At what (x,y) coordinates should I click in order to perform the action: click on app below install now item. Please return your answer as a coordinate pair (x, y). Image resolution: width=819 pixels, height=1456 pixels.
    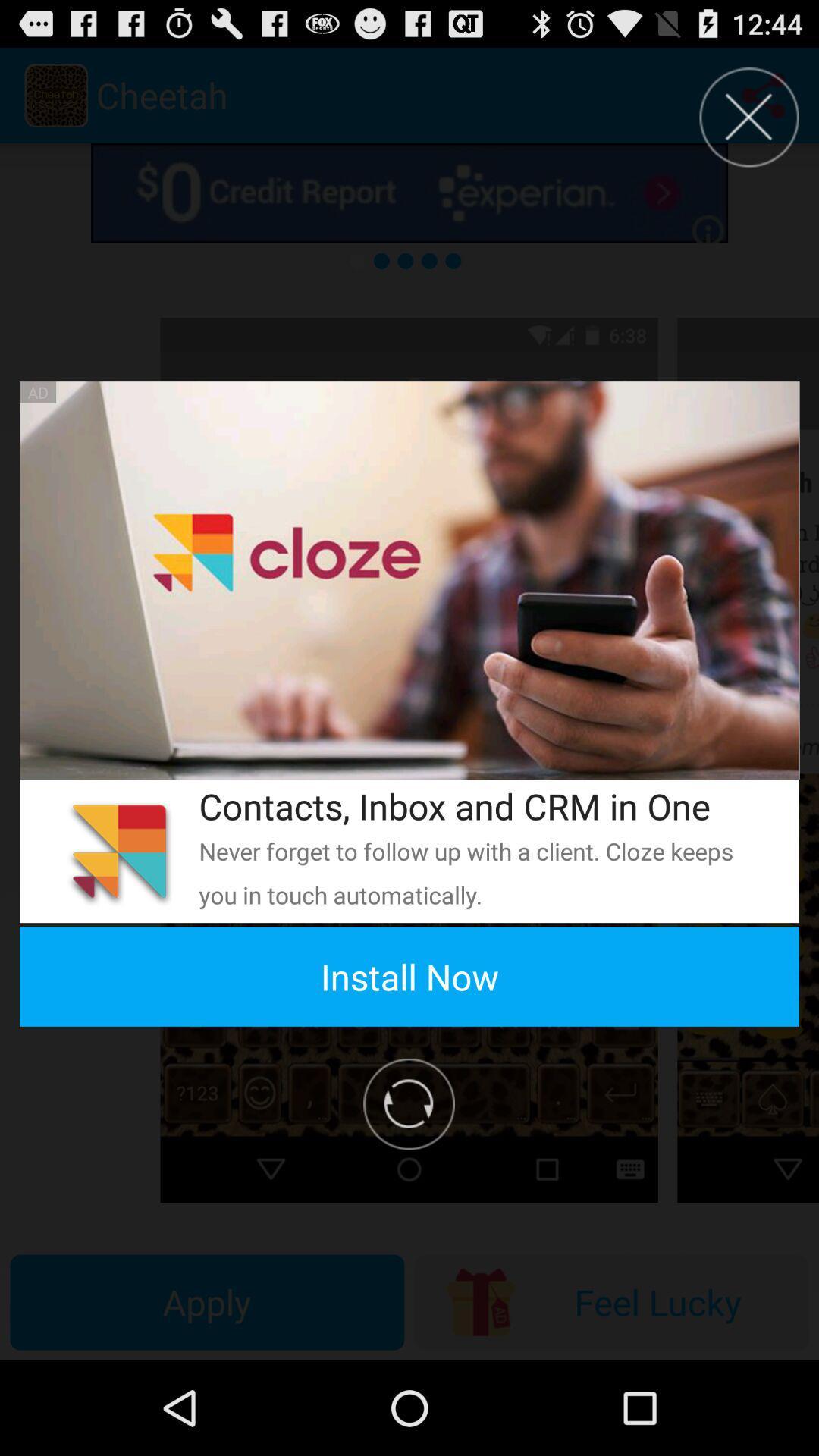
    Looking at the image, I should click on (408, 1104).